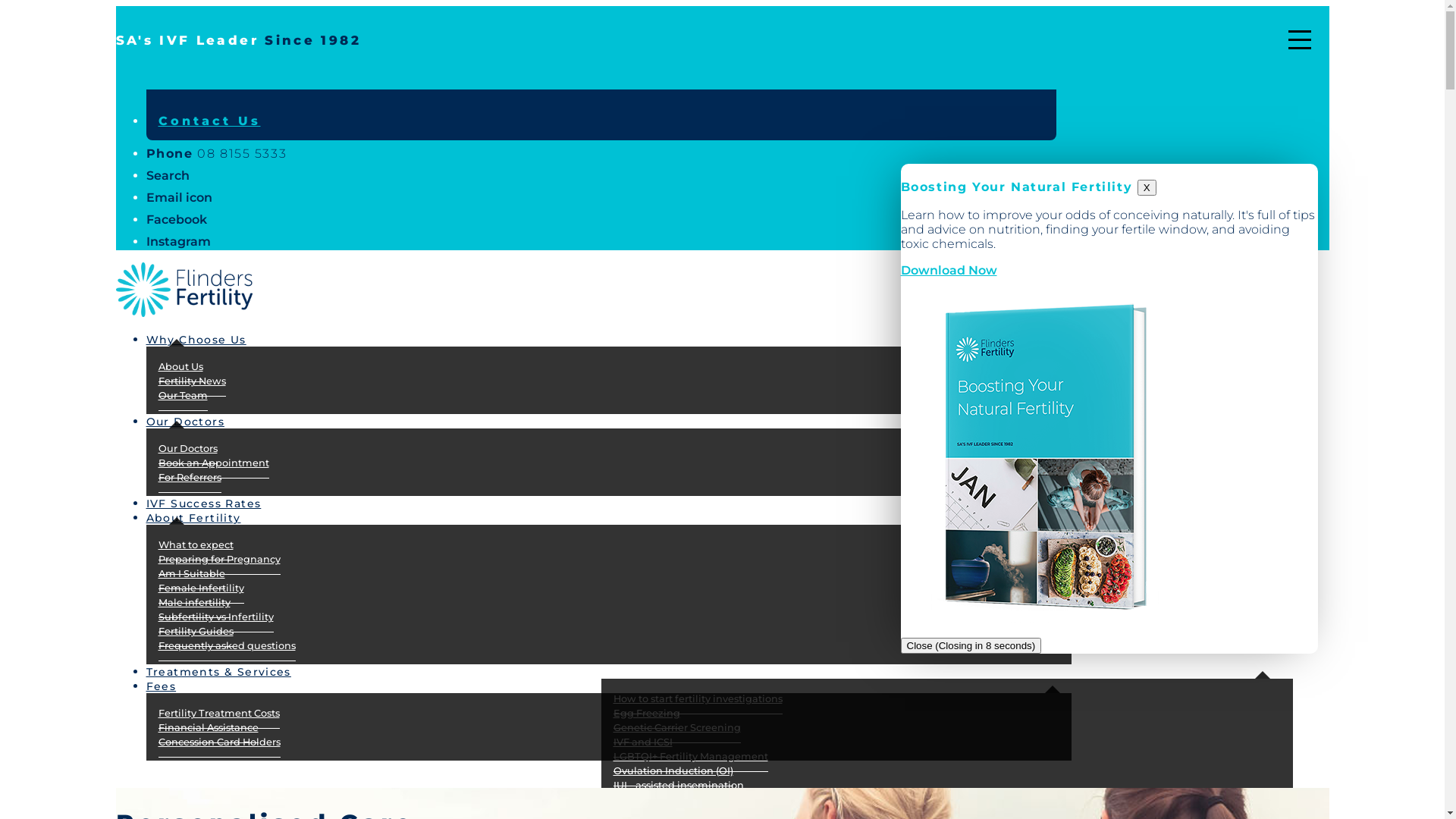 The image size is (1456, 819). What do you see at coordinates (971, 645) in the screenshot?
I see `'Close (Closing in 8 seconds)'` at bounding box center [971, 645].